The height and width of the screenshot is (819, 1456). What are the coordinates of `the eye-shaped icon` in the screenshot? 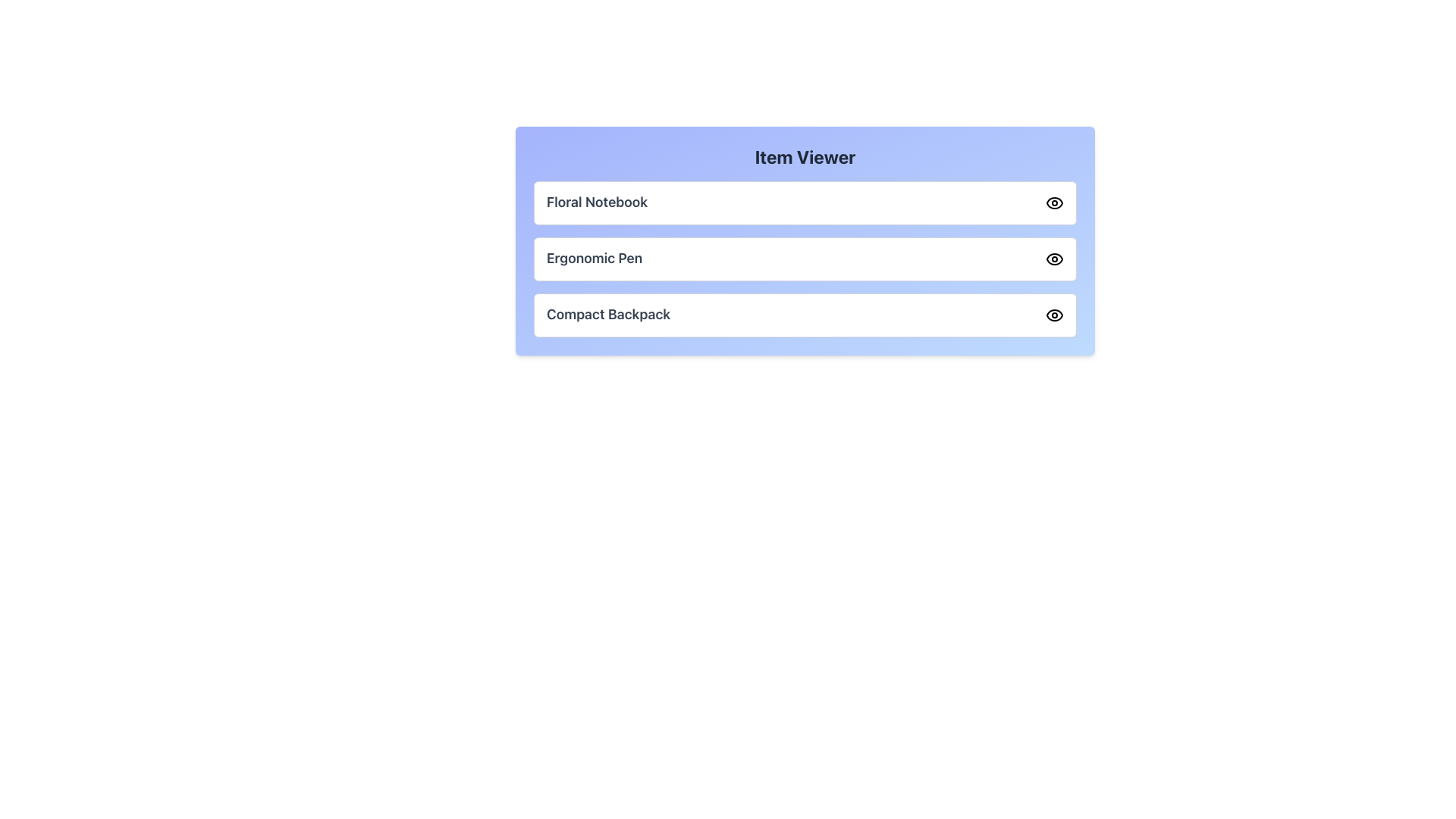 It's located at (1054, 202).